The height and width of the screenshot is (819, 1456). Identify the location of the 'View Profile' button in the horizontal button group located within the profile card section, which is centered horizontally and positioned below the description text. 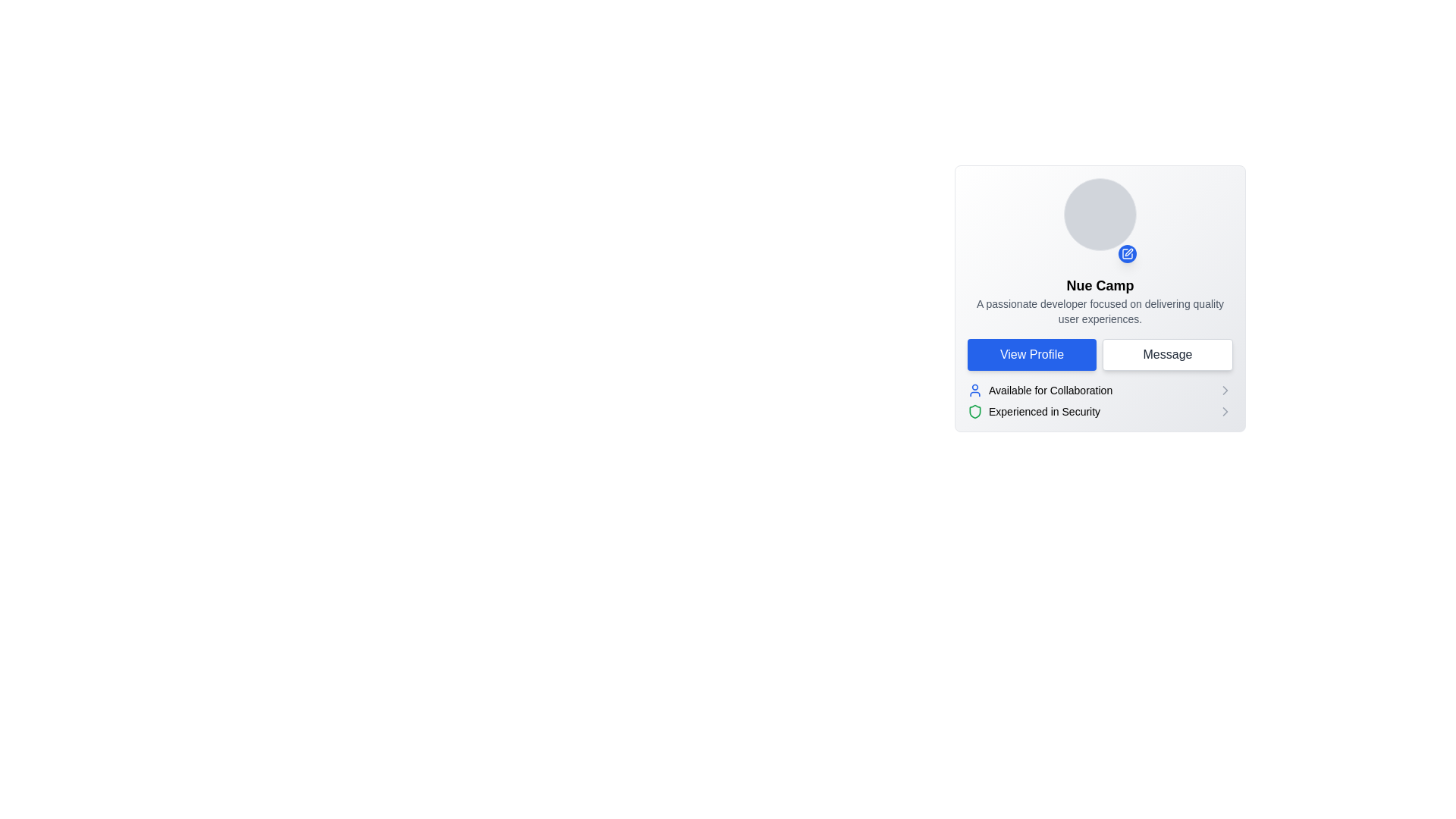
(1100, 354).